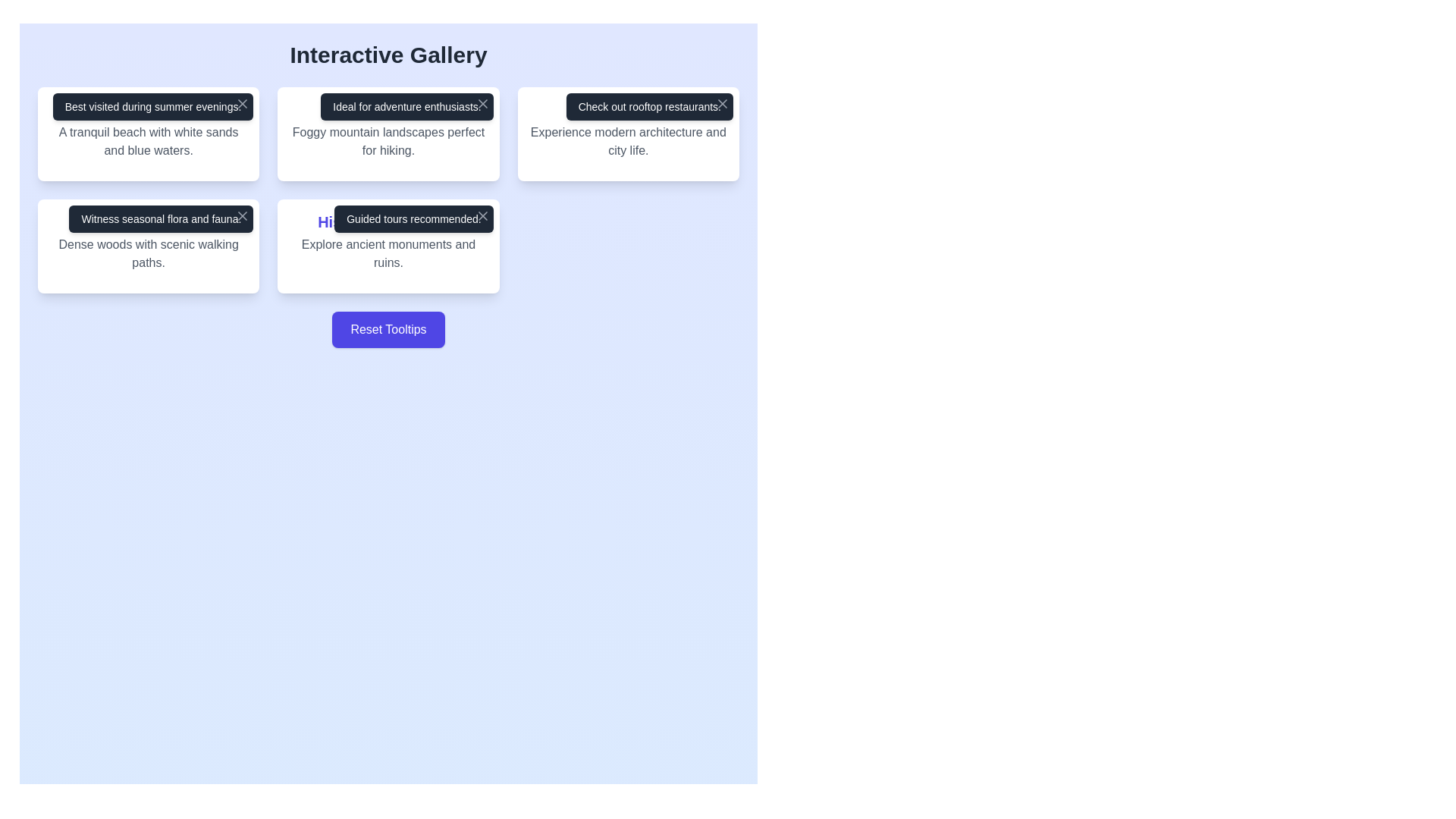  I want to click on the 'Reset Tooltips' button, which is a distinct rectangular button with a purple background and white text located at the center-bottom of the layout, so click(388, 329).